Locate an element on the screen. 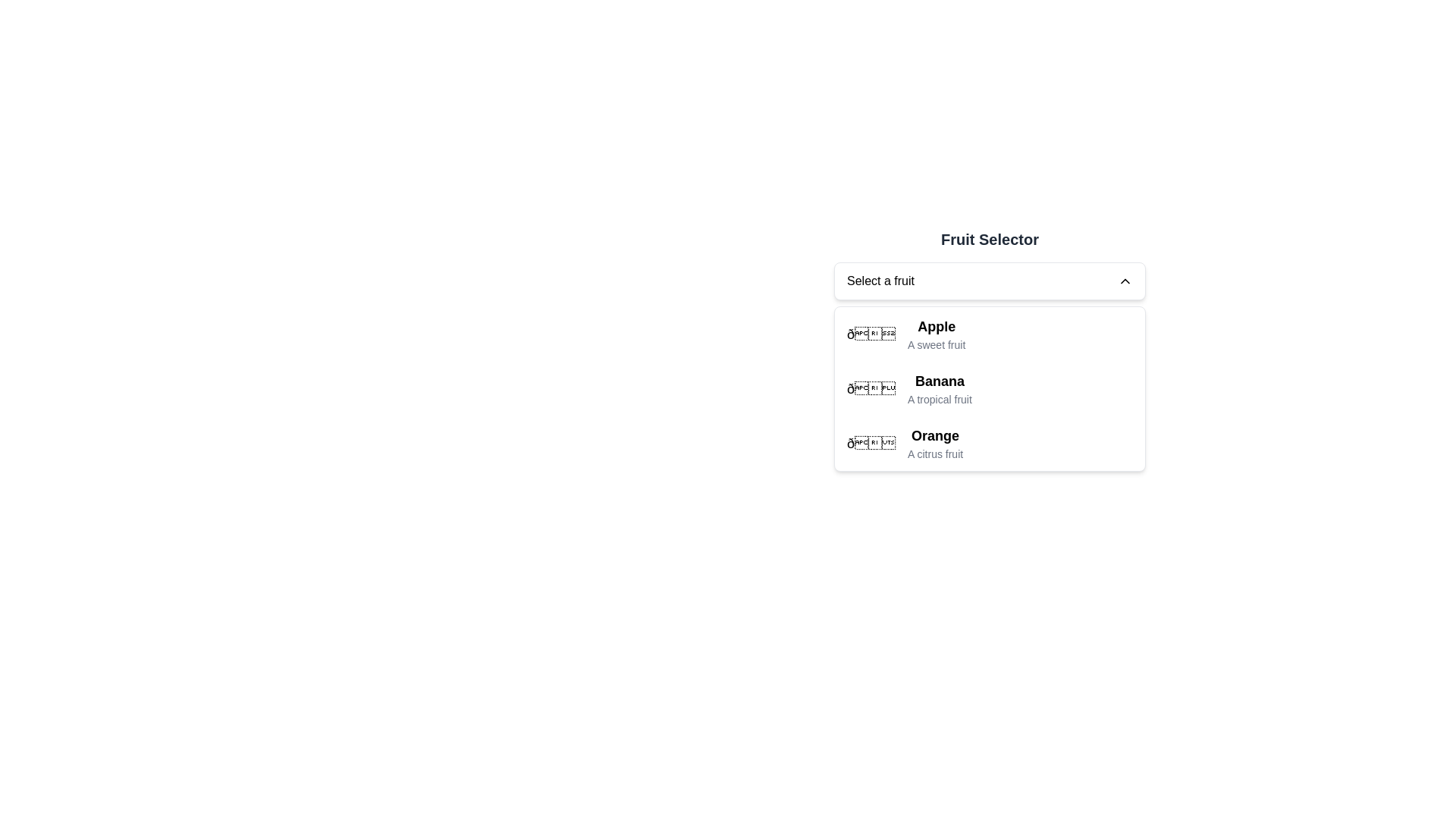 The width and height of the screenshot is (1456, 819). the dropdown menu labeled 'Select a fruit' is located at coordinates (990, 281).